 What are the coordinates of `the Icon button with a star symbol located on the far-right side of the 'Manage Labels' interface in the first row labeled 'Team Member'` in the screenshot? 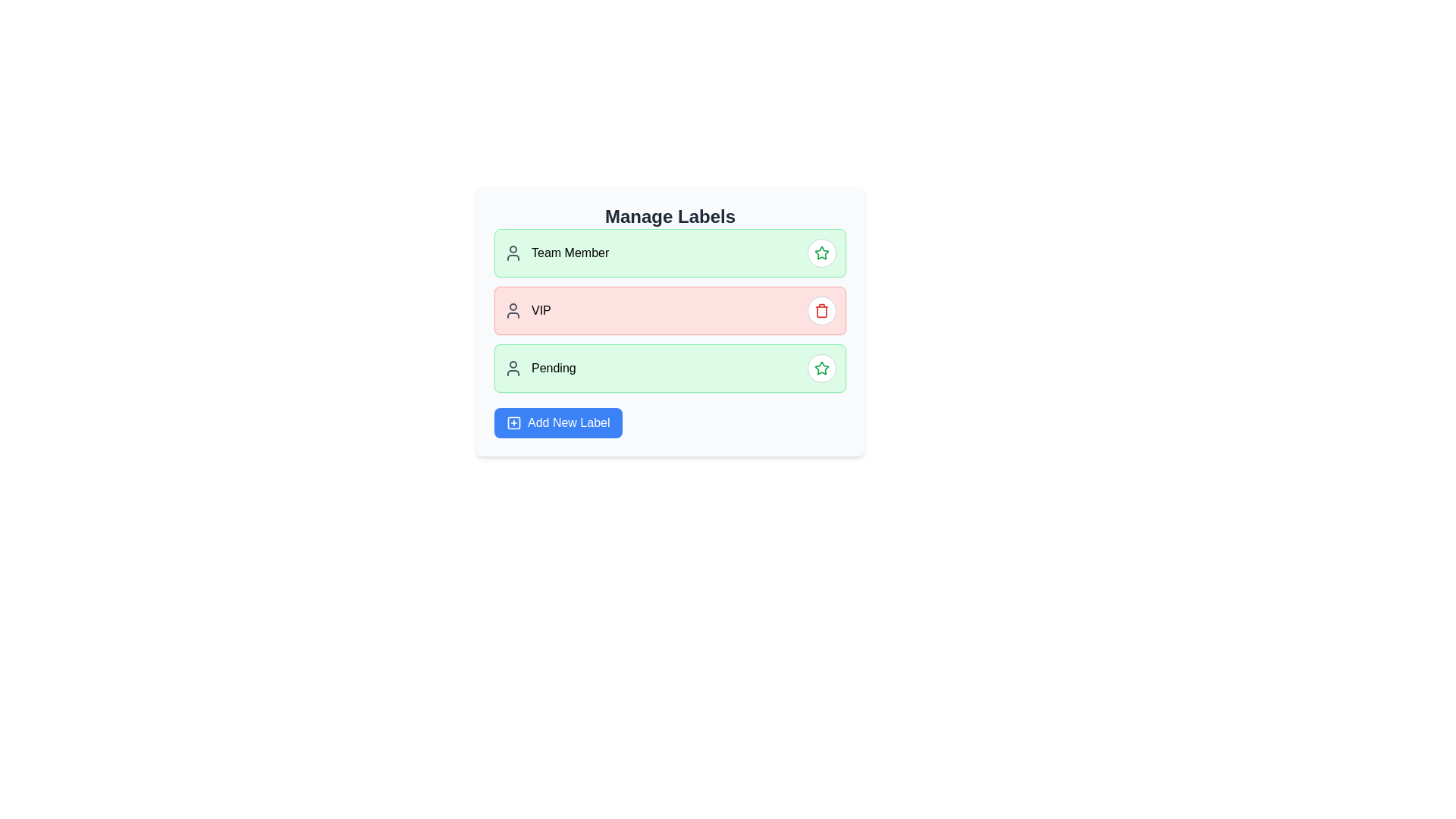 It's located at (821, 369).